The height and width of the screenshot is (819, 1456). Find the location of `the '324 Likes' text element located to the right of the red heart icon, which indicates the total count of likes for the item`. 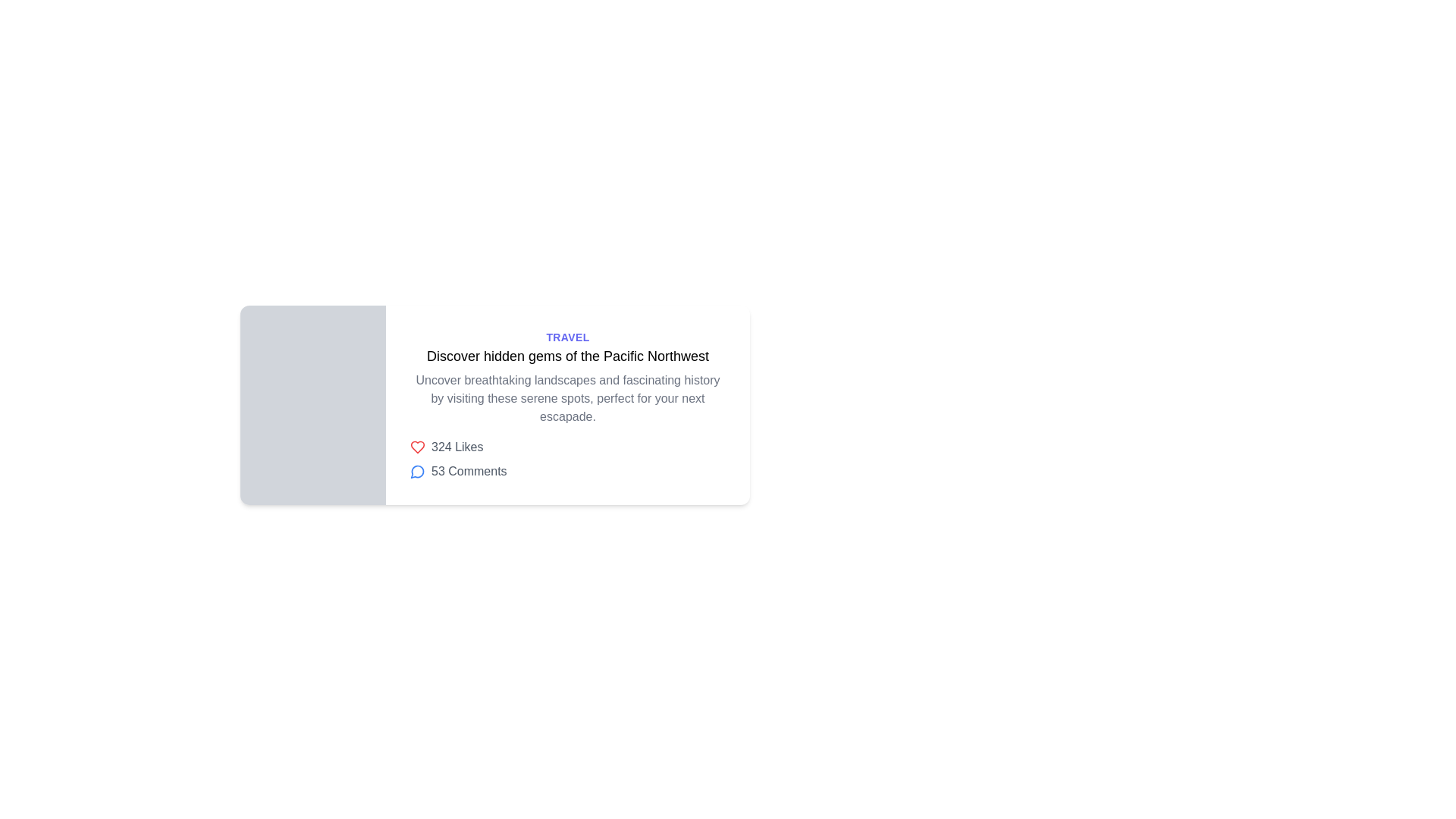

the '324 Likes' text element located to the right of the red heart icon, which indicates the total count of likes for the item is located at coordinates (566, 446).